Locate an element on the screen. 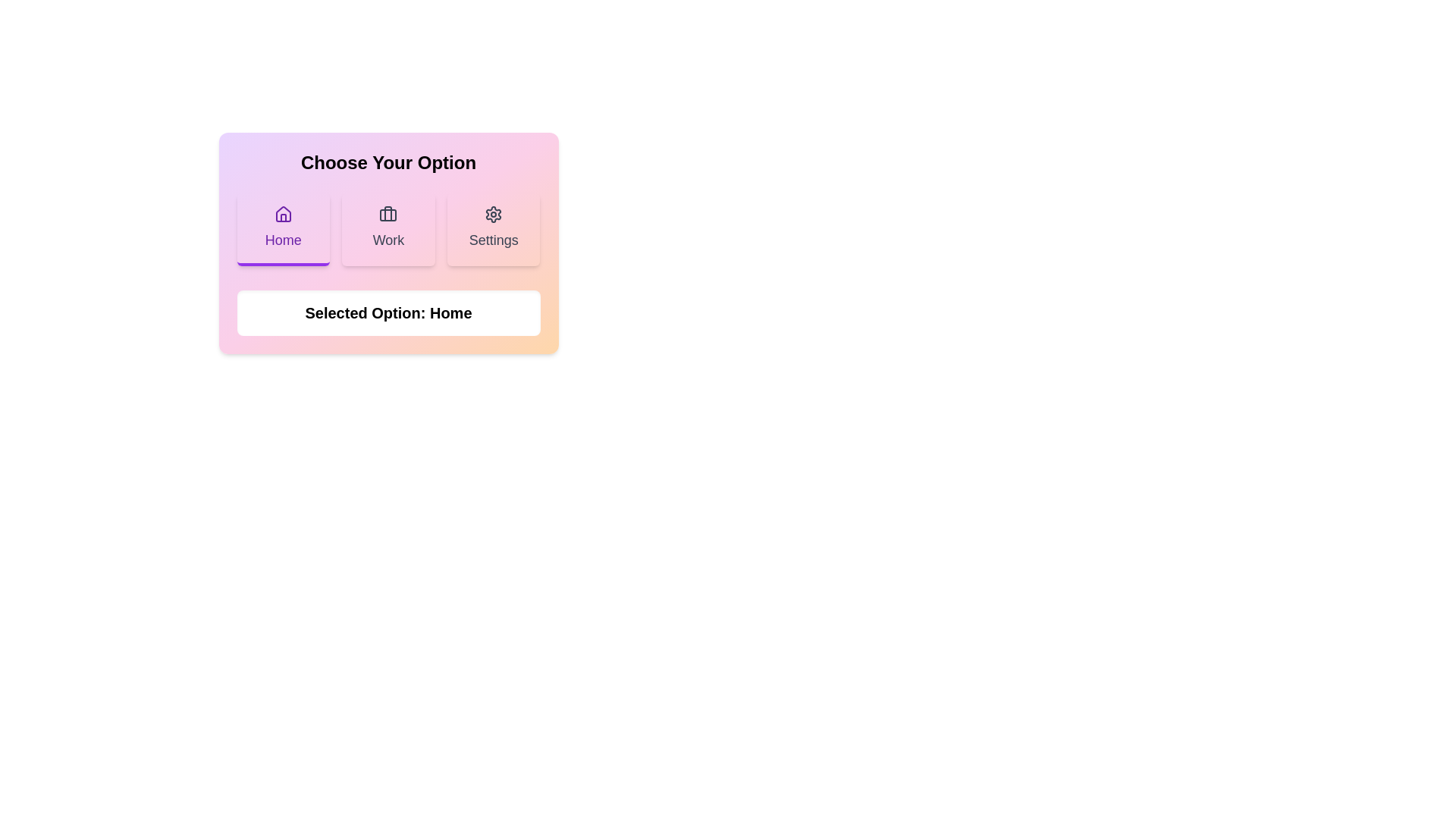 This screenshot has height=819, width=1456. the second button in the grid structure, positioned centrally between the 'Home' button and the 'Settings' button is located at coordinates (388, 230).